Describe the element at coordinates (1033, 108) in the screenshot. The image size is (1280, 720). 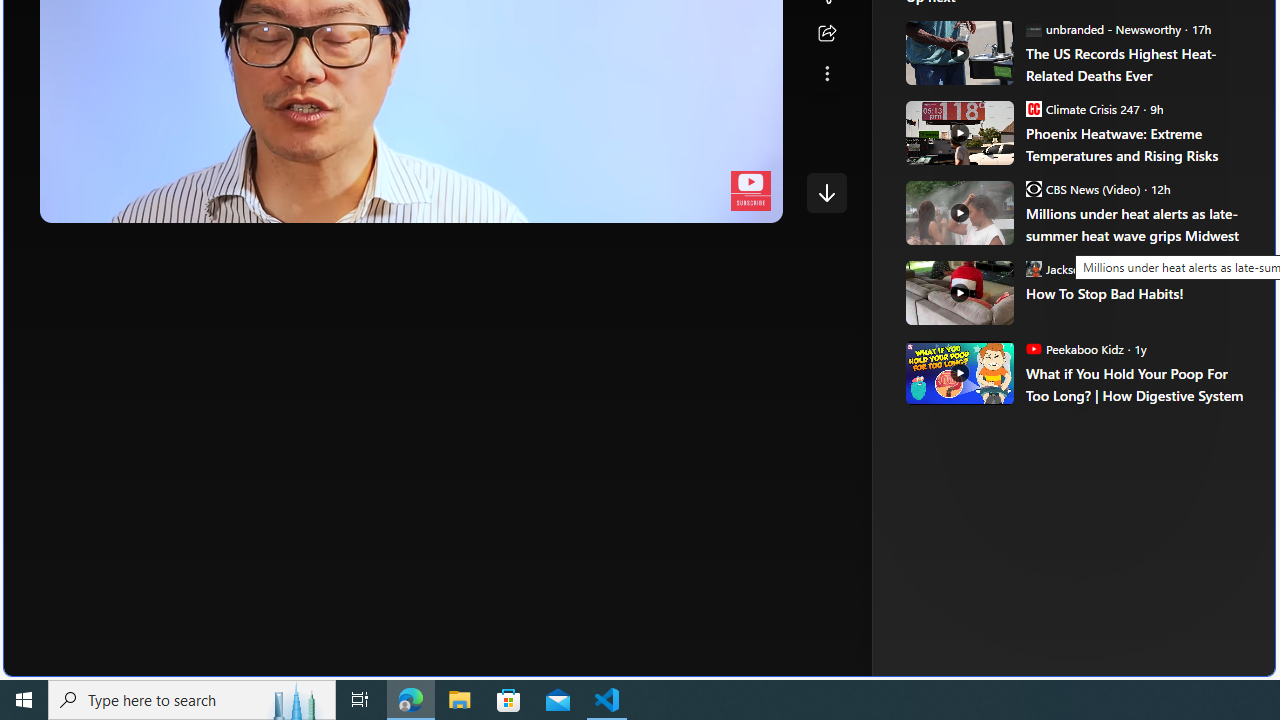
I see `'Climate Crisis 247'` at that location.